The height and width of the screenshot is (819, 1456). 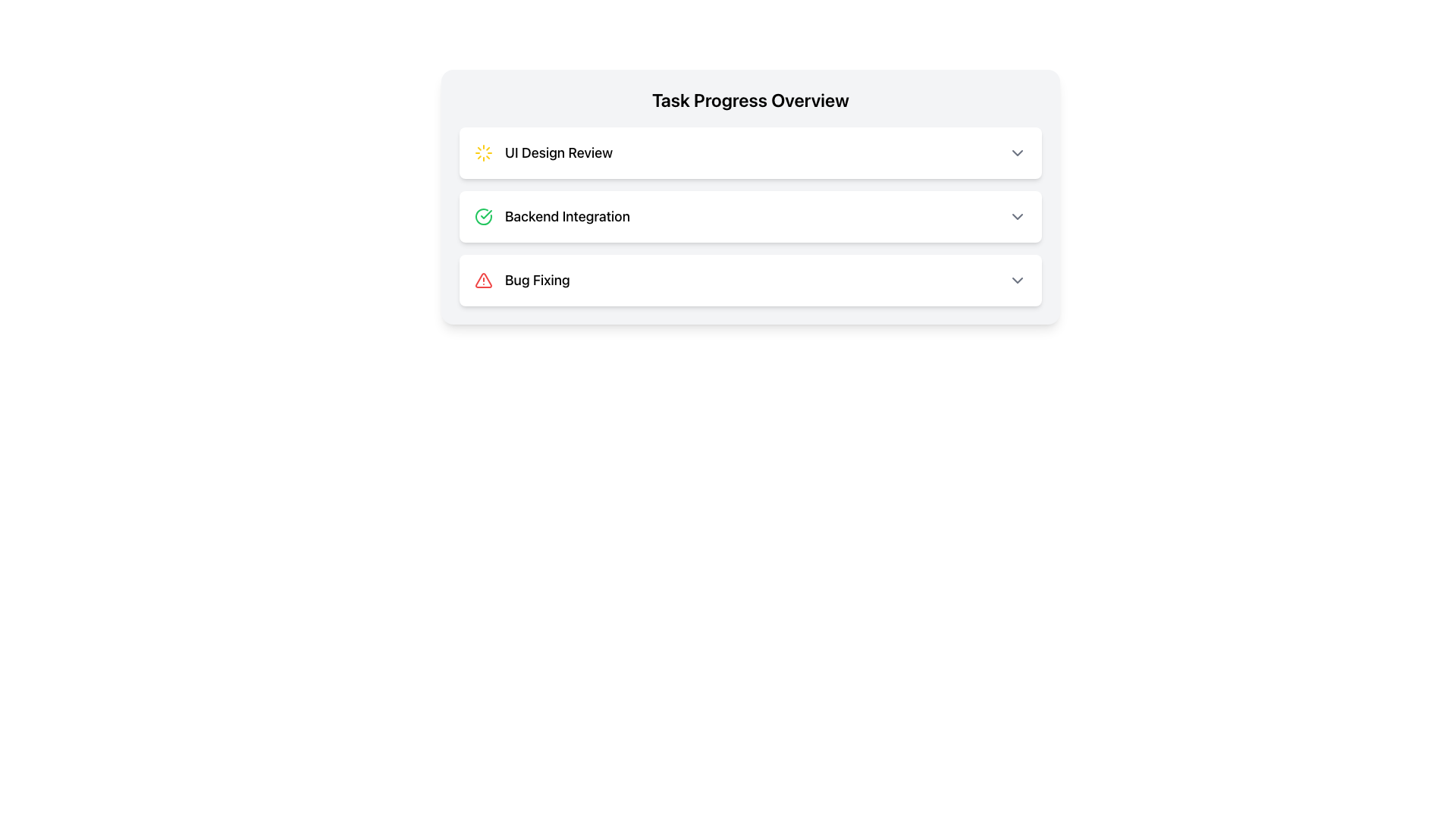 What do you see at coordinates (551, 216) in the screenshot?
I see `element that consists of a green check mark icon and the text label 'Backend Integration', located in the task list under the 'Task Progress Overview' section` at bounding box center [551, 216].